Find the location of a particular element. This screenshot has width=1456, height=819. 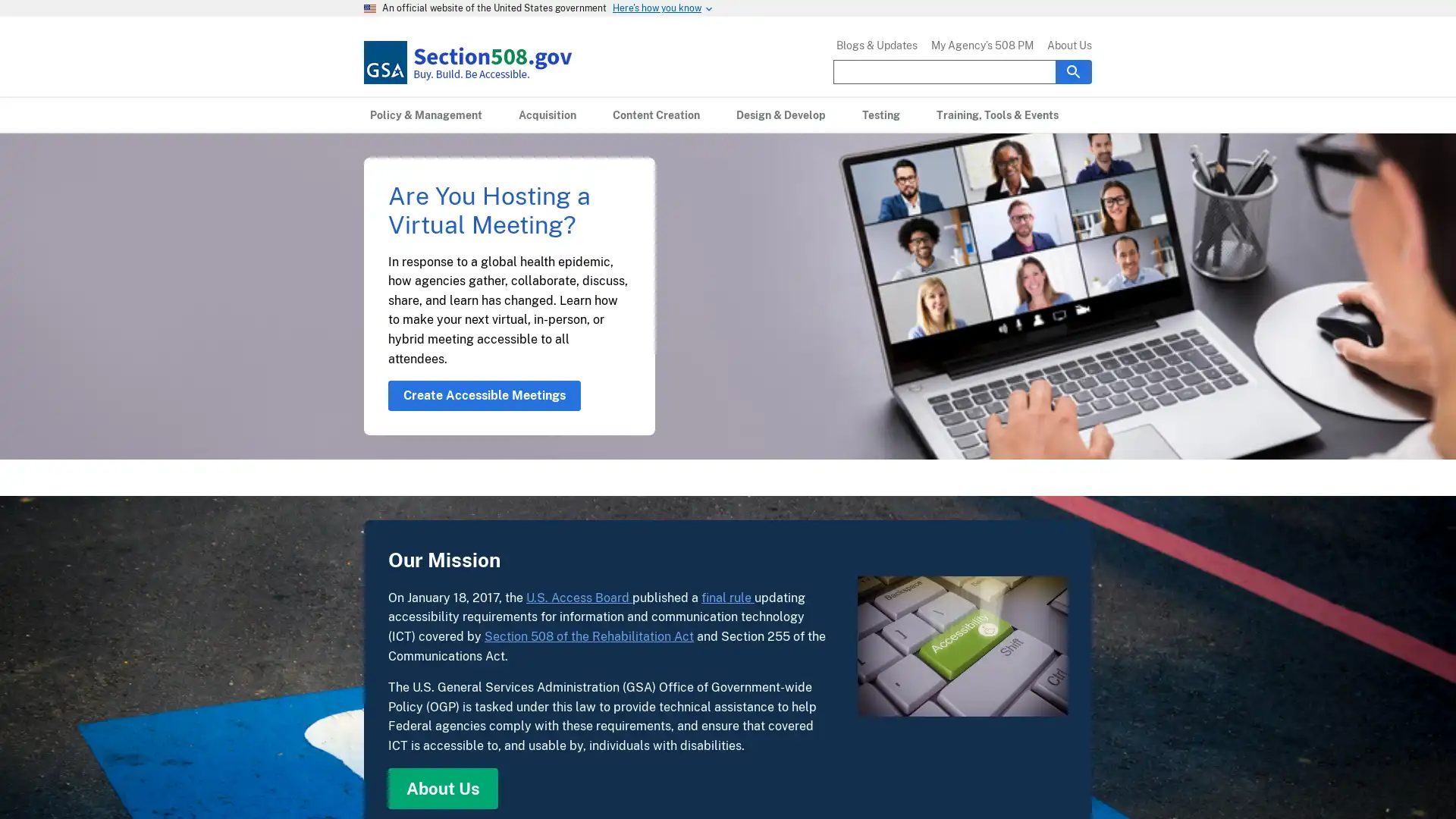

Here's how you know is located at coordinates (657, 8).